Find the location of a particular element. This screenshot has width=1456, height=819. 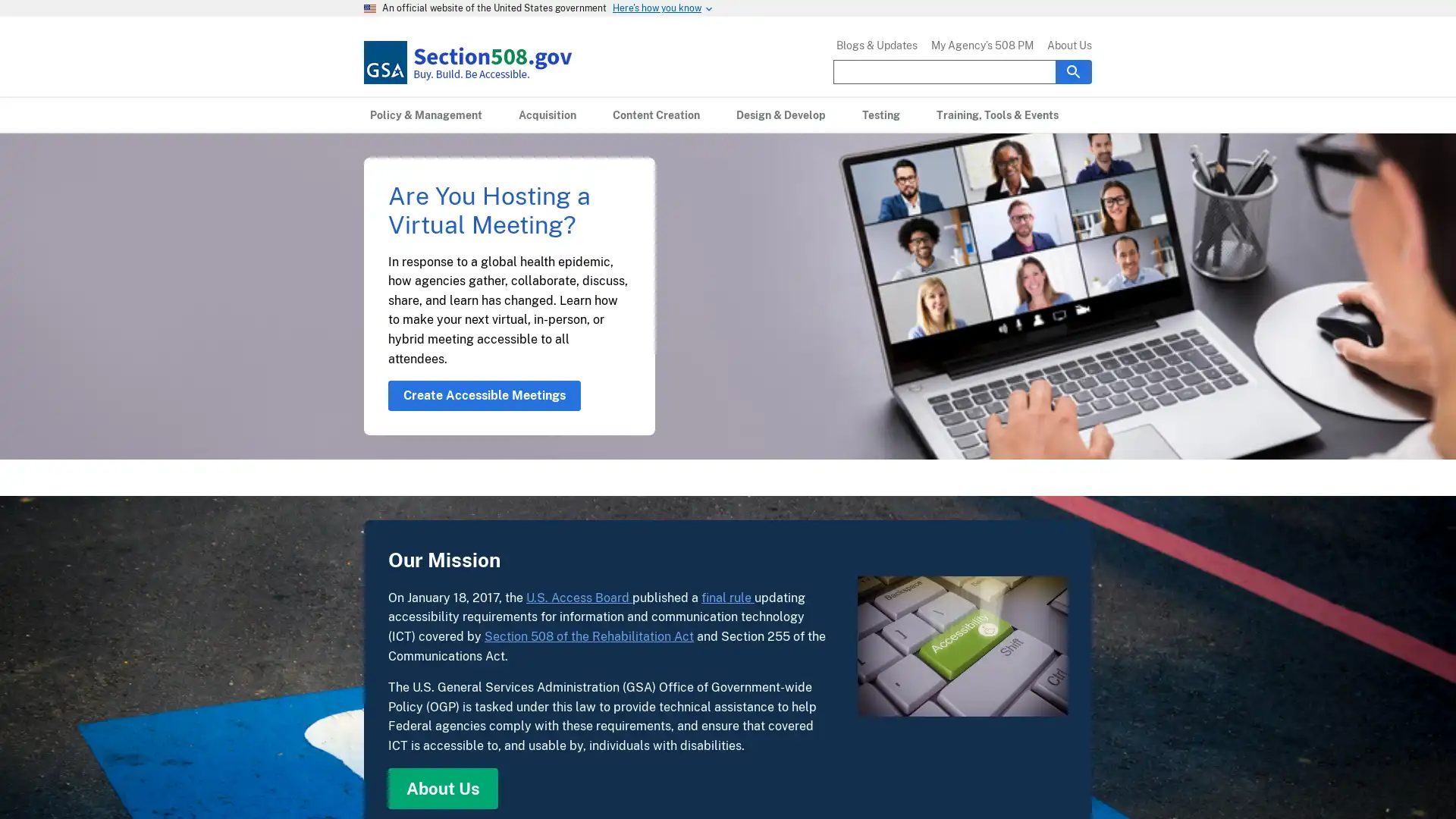

Here's how you know is located at coordinates (657, 8).